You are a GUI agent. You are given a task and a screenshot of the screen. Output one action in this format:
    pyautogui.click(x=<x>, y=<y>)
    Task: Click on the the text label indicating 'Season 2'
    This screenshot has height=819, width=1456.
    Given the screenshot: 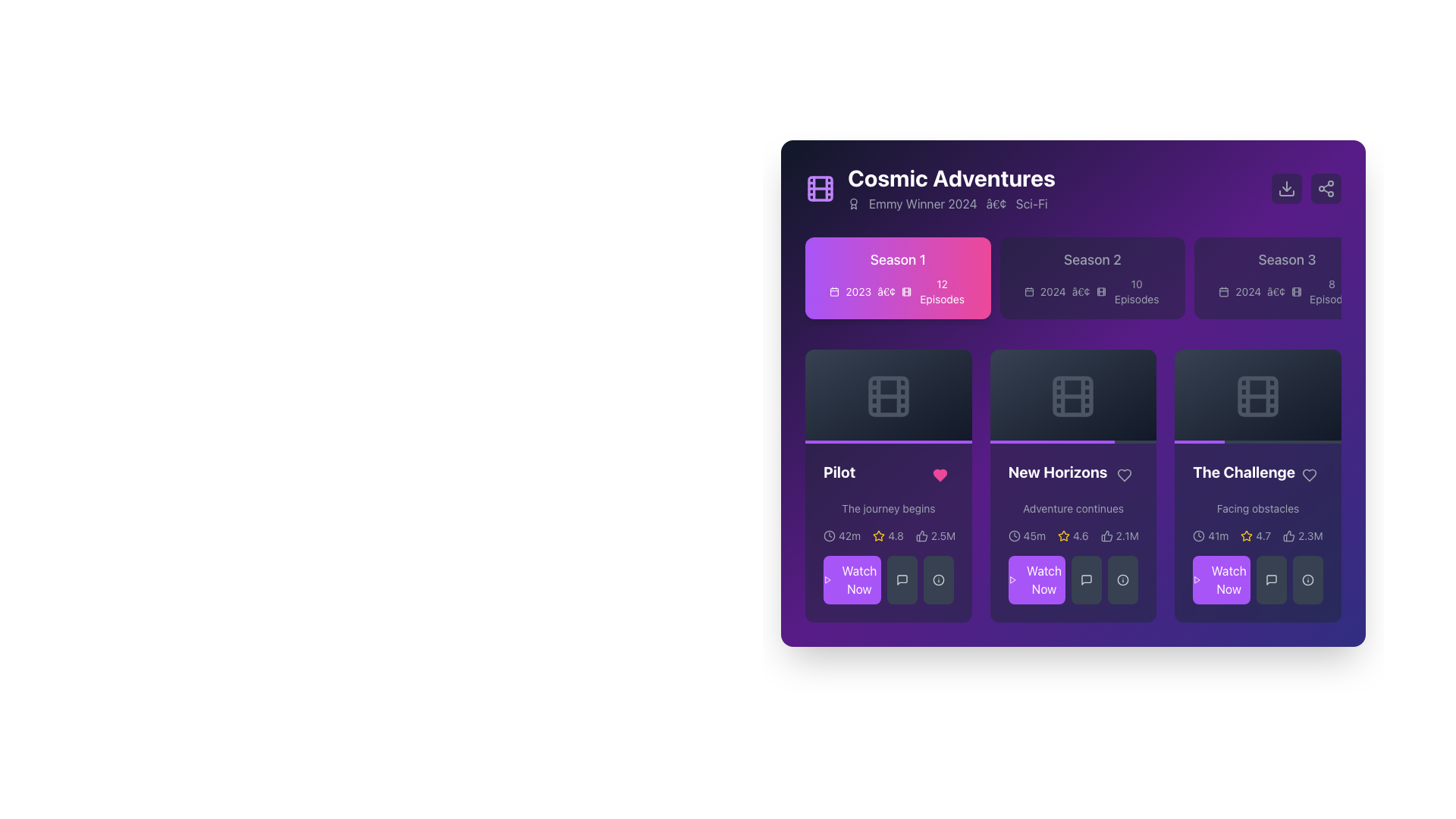 What is the action you would take?
    pyautogui.click(x=1092, y=259)
    